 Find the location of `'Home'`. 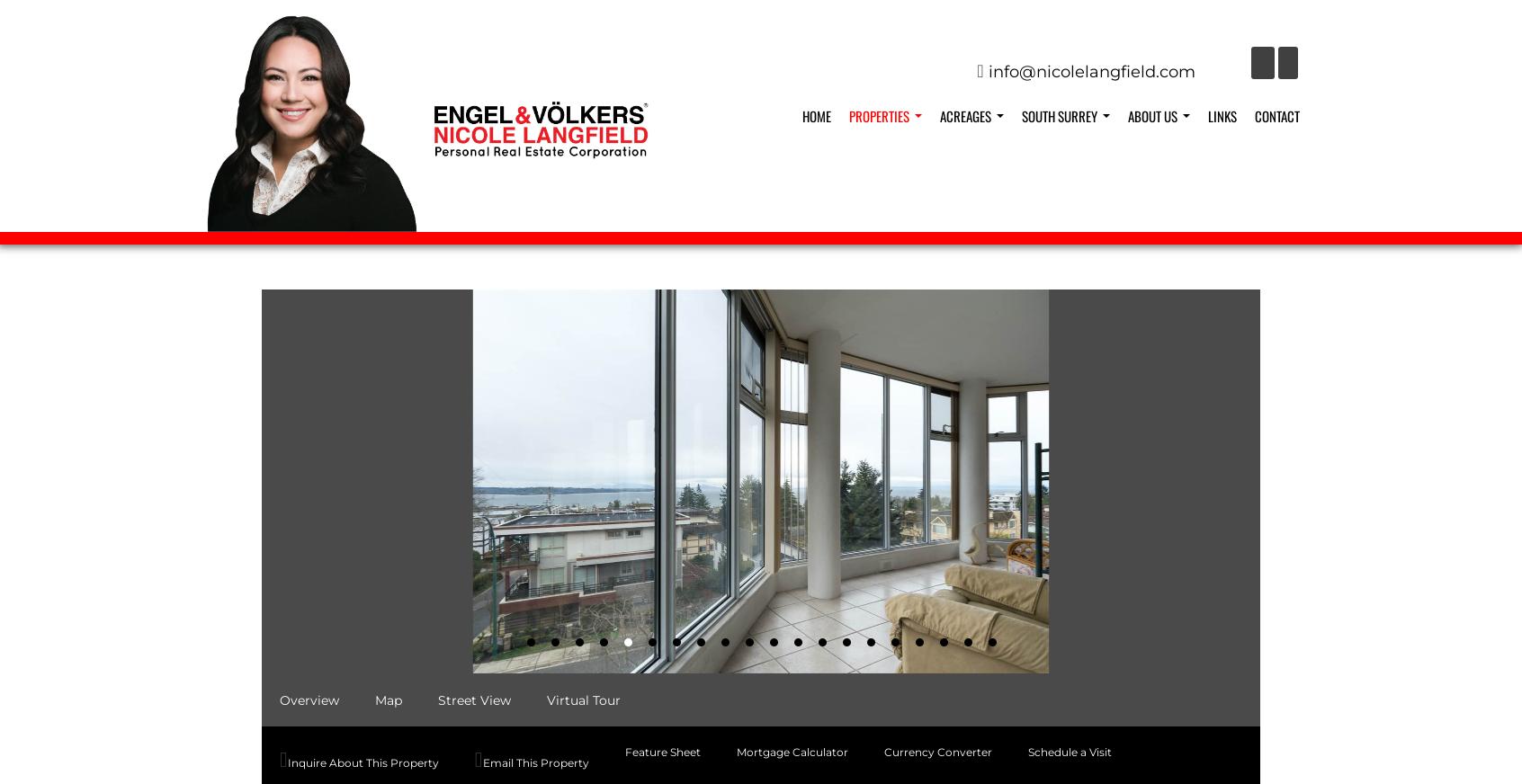

'Home' is located at coordinates (815, 115).